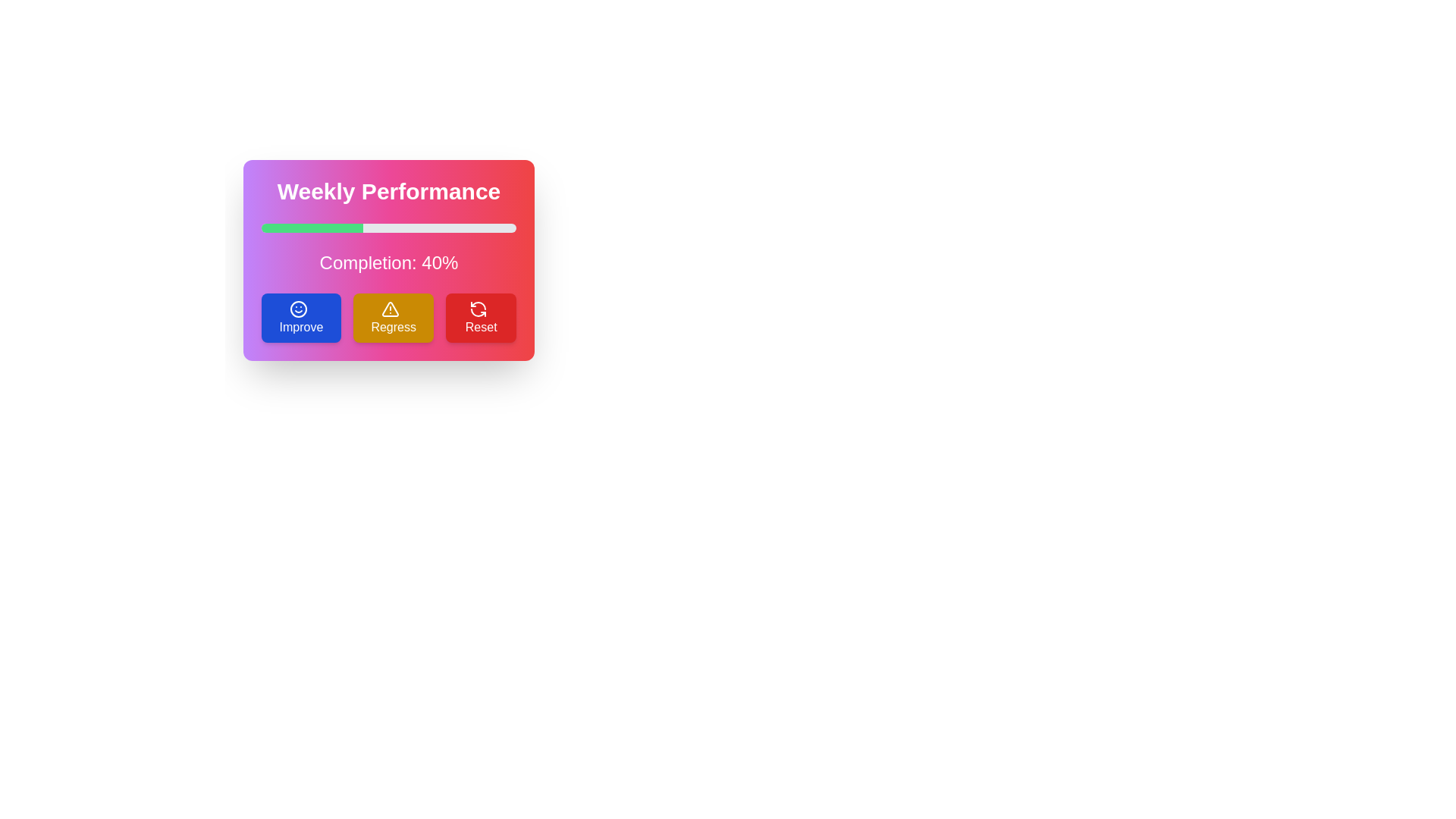 Image resolution: width=1456 pixels, height=819 pixels. I want to click on the warning symbol SVG icon located on the 'Regress' button, which is centrally aligned to the left of the text 'Regress', so click(391, 308).